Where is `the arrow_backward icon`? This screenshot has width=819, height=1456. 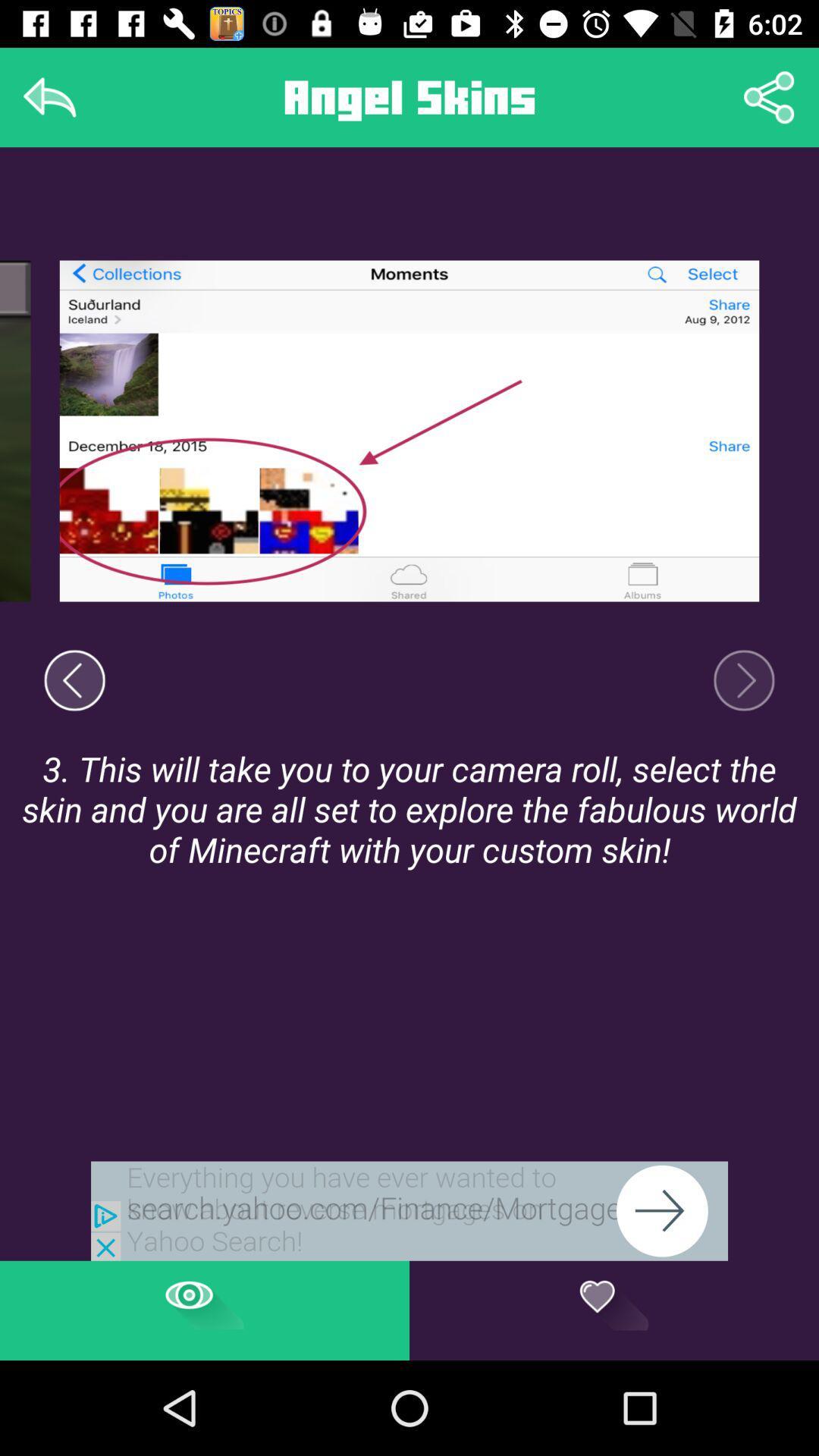
the arrow_backward icon is located at coordinates (74, 679).